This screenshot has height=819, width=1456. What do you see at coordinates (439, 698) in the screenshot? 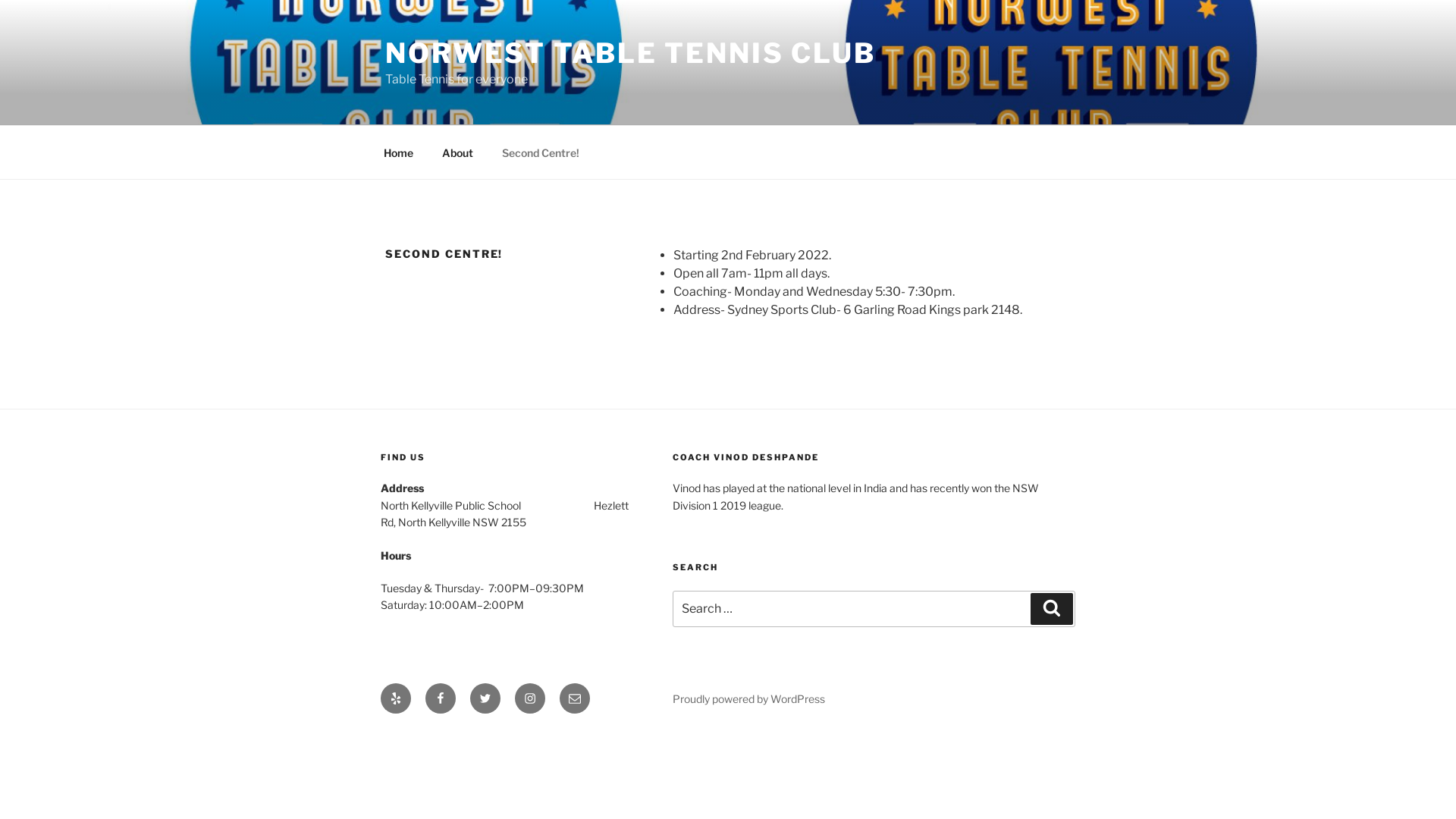
I see `'Facebook'` at bounding box center [439, 698].